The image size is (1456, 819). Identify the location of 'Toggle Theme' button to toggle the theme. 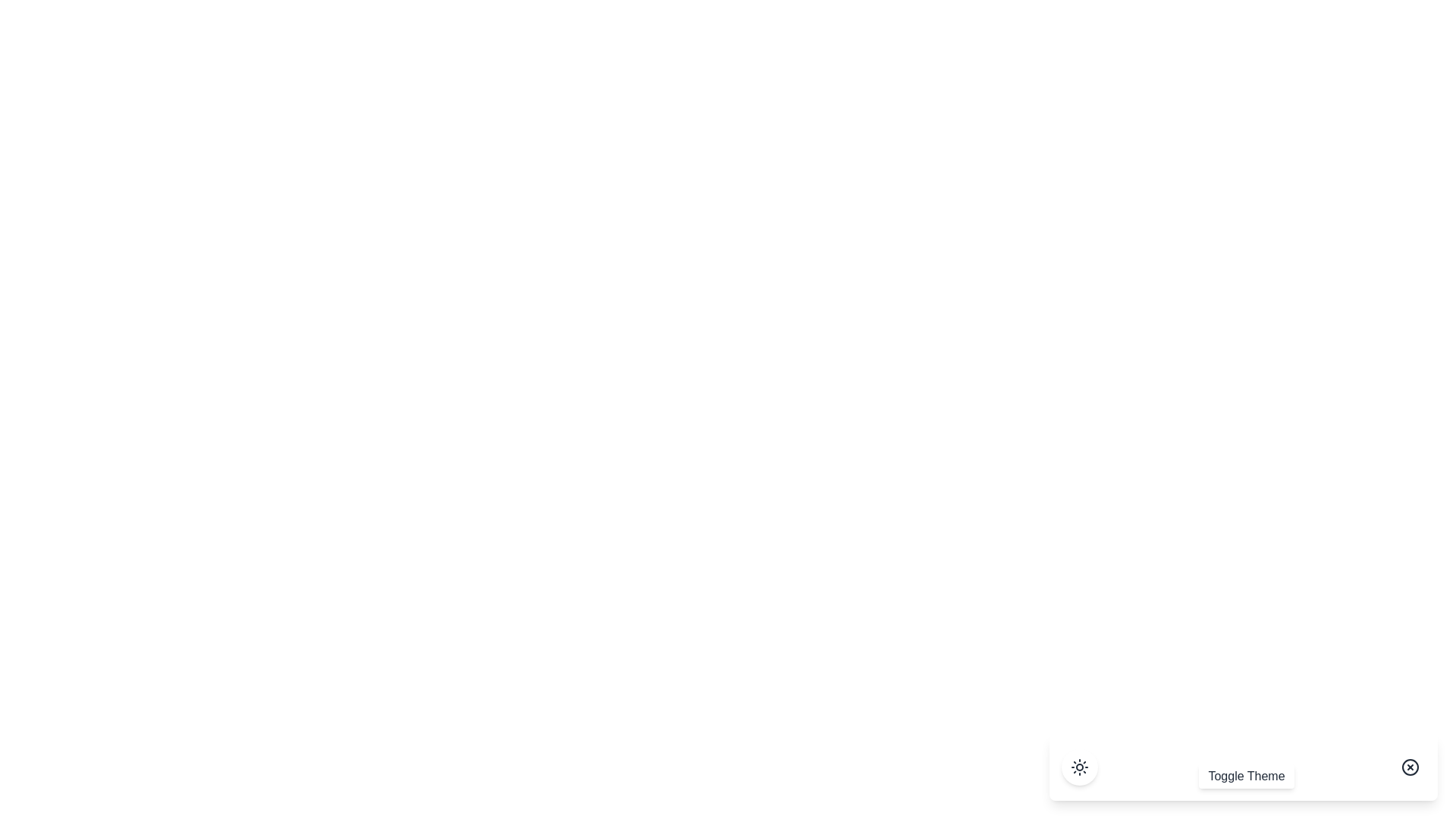
(1246, 776).